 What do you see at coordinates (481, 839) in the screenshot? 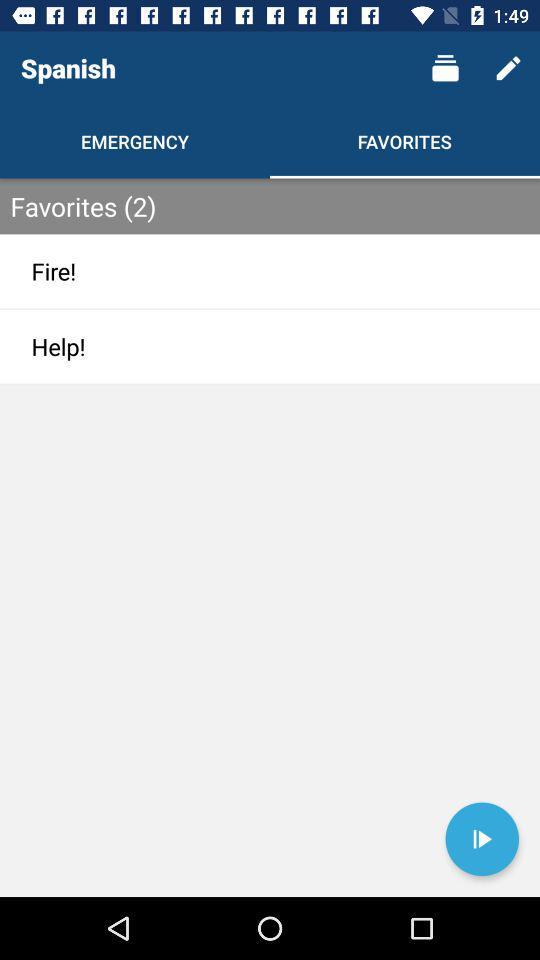
I see `the icon at the bottom right corner` at bounding box center [481, 839].